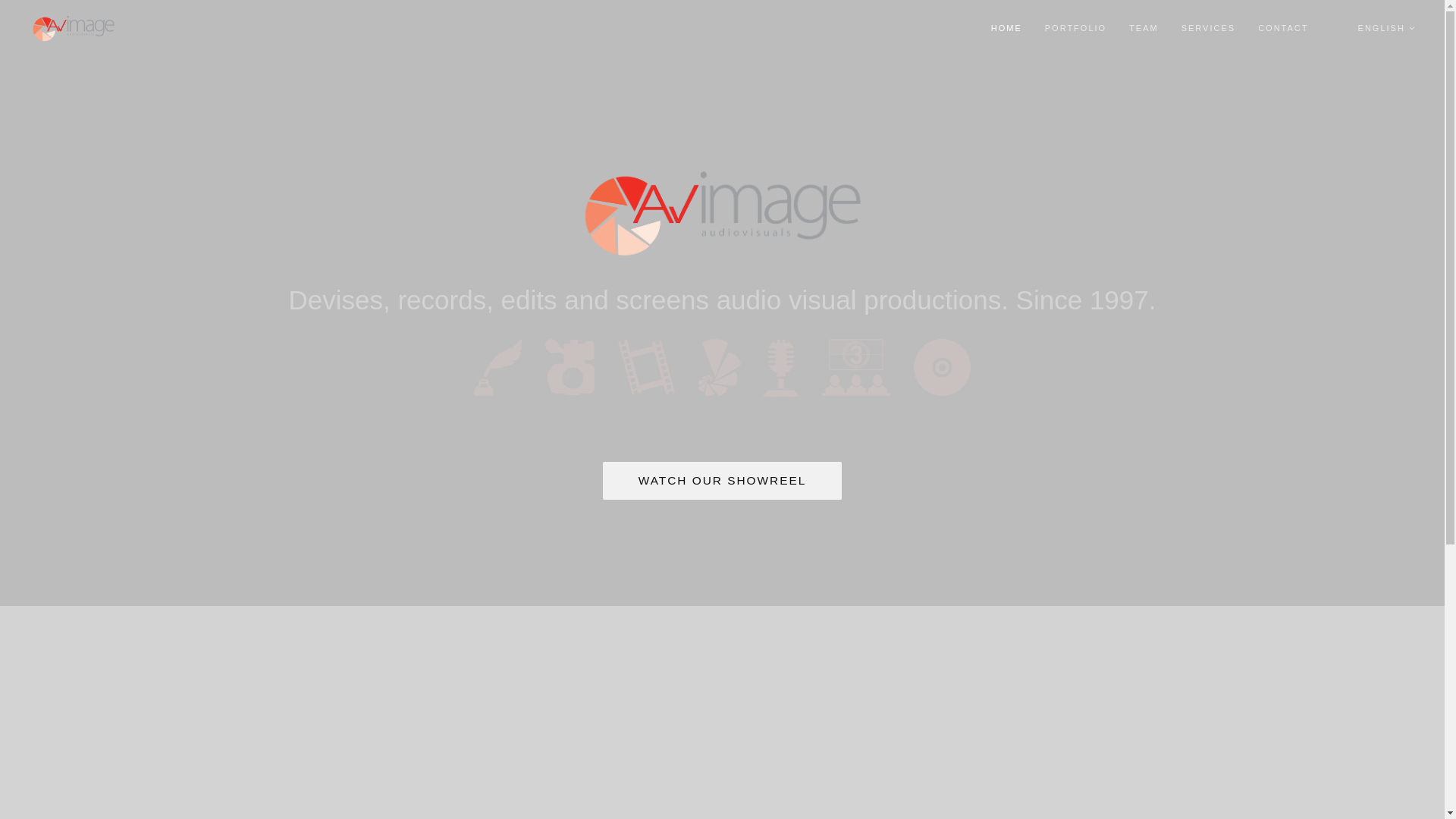  I want to click on 'SERVICES', so click(1207, 28).